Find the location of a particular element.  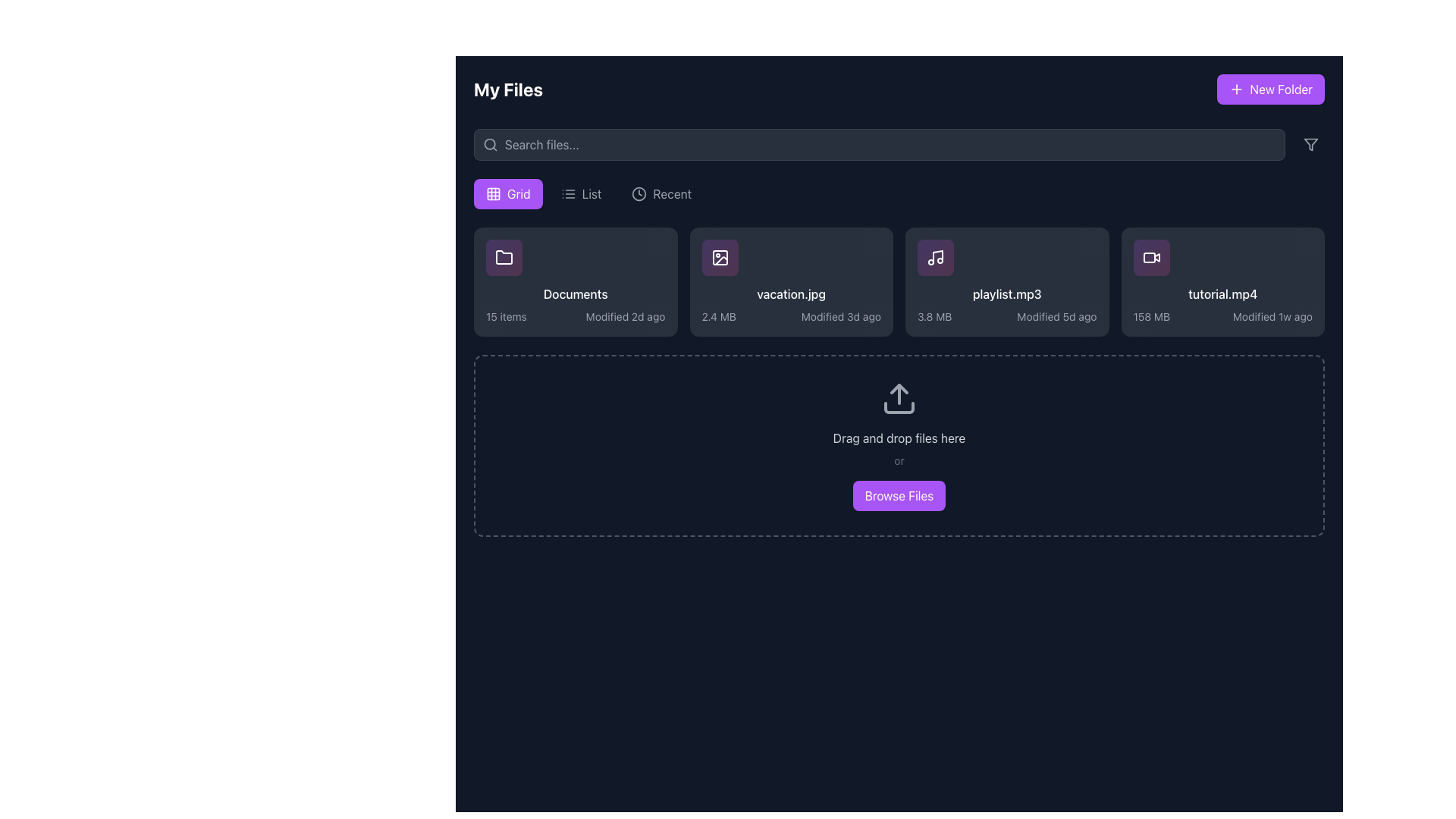

the purple gradient folder icon with a white outlined glyph is located at coordinates (504, 256).